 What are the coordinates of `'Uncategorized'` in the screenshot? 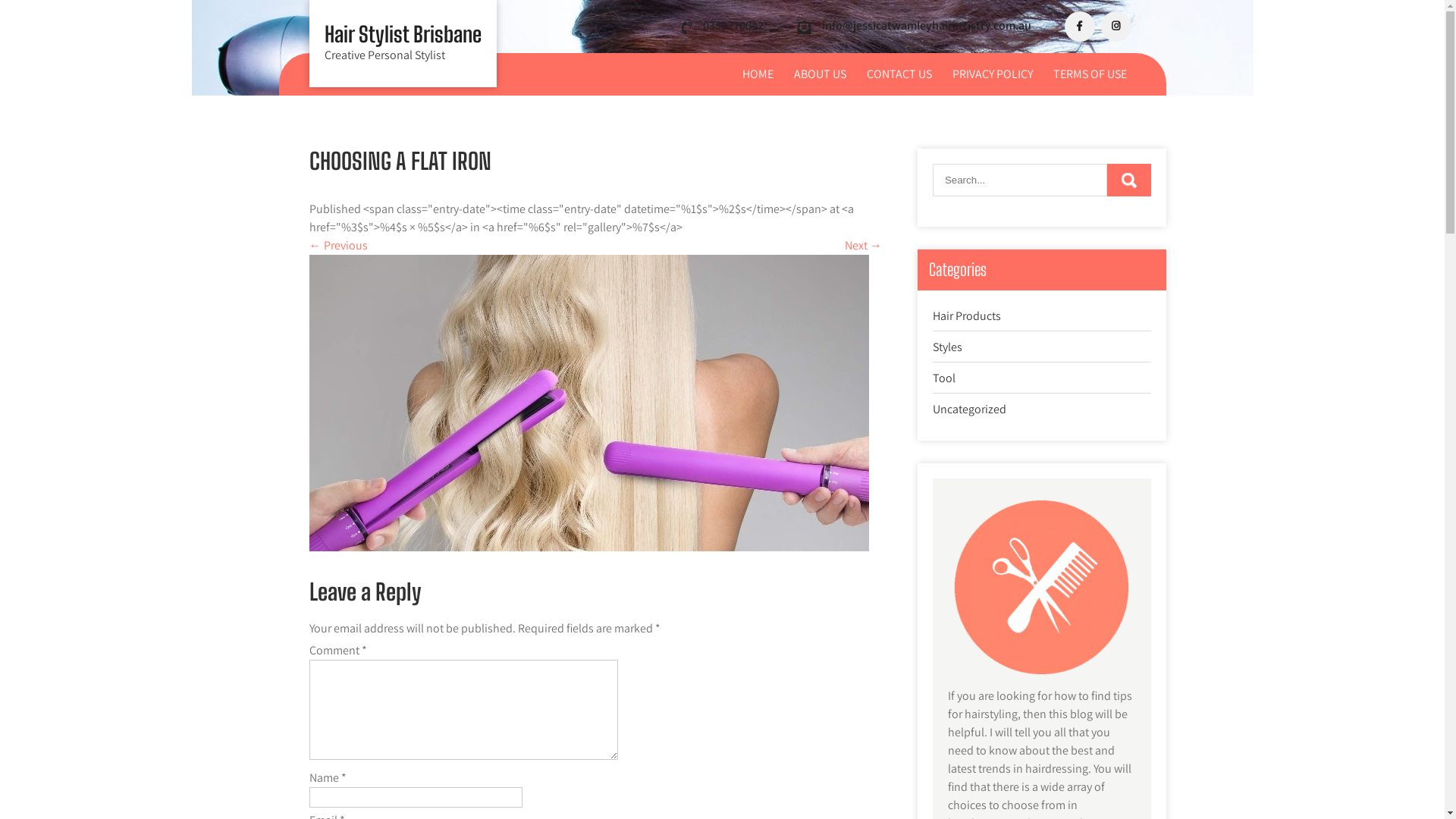 It's located at (968, 408).